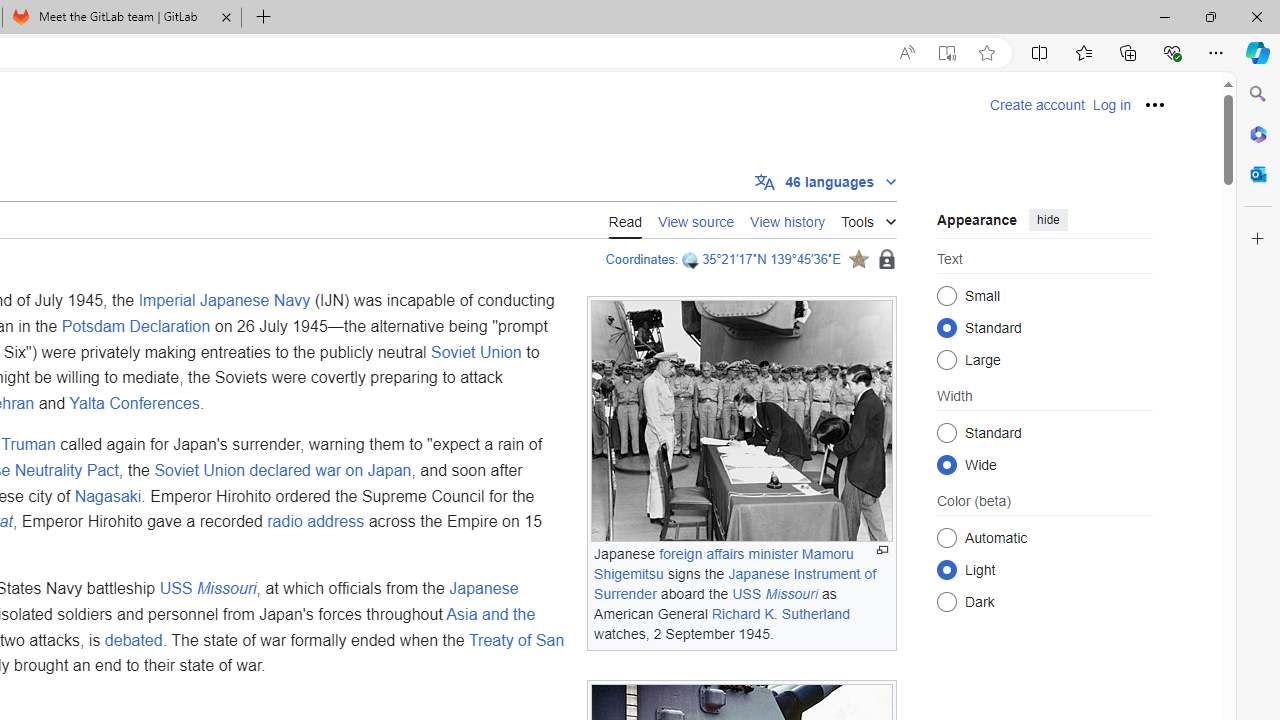 Image resolution: width=1280 pixels, height=720 pixels. I want to click on 'Large', so click(946, 358).